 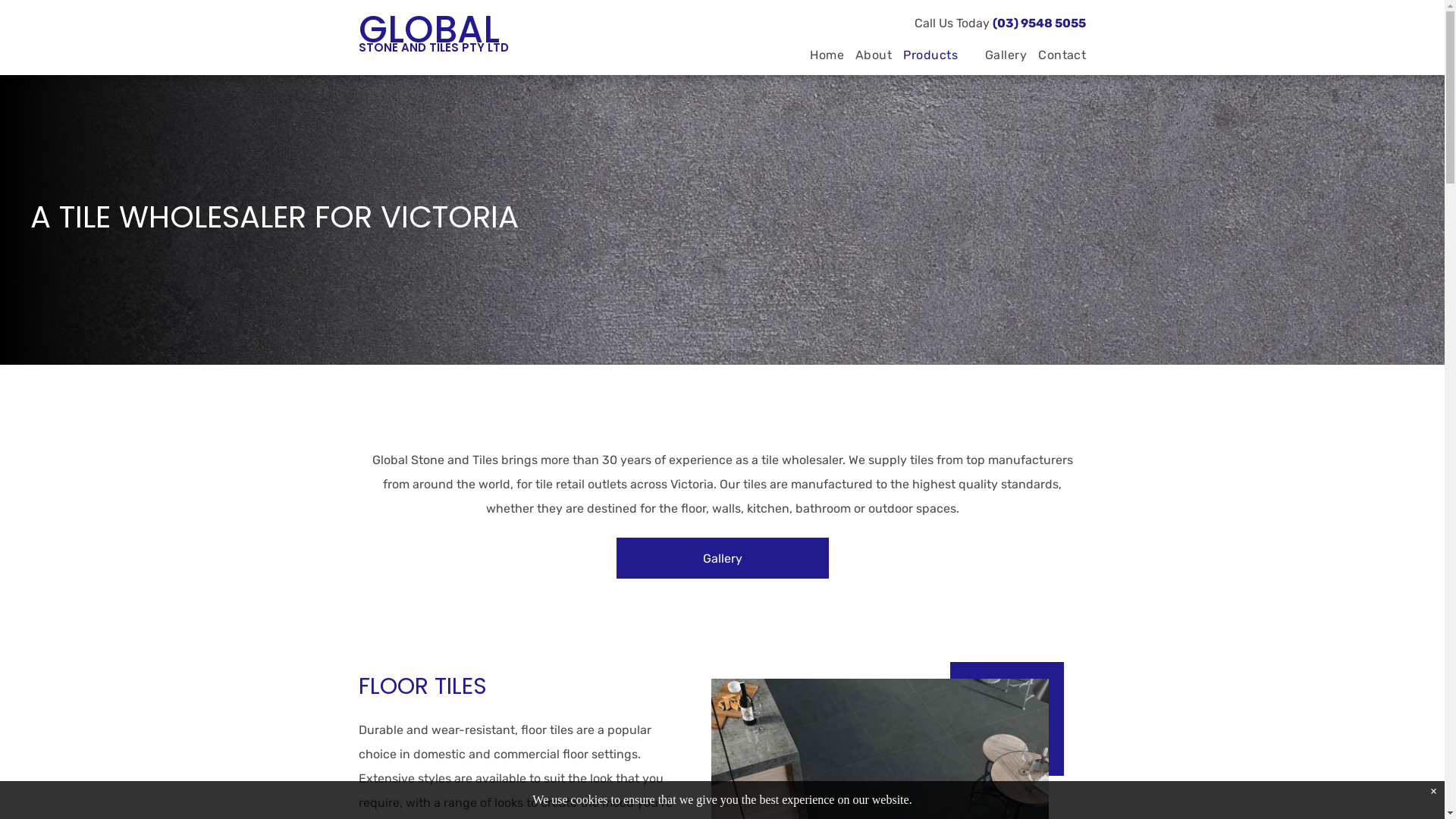 What do you see at coordinates (428, 29) in the screenshot?
I see `'GLOBAL'` at bounding box center [428, 29].